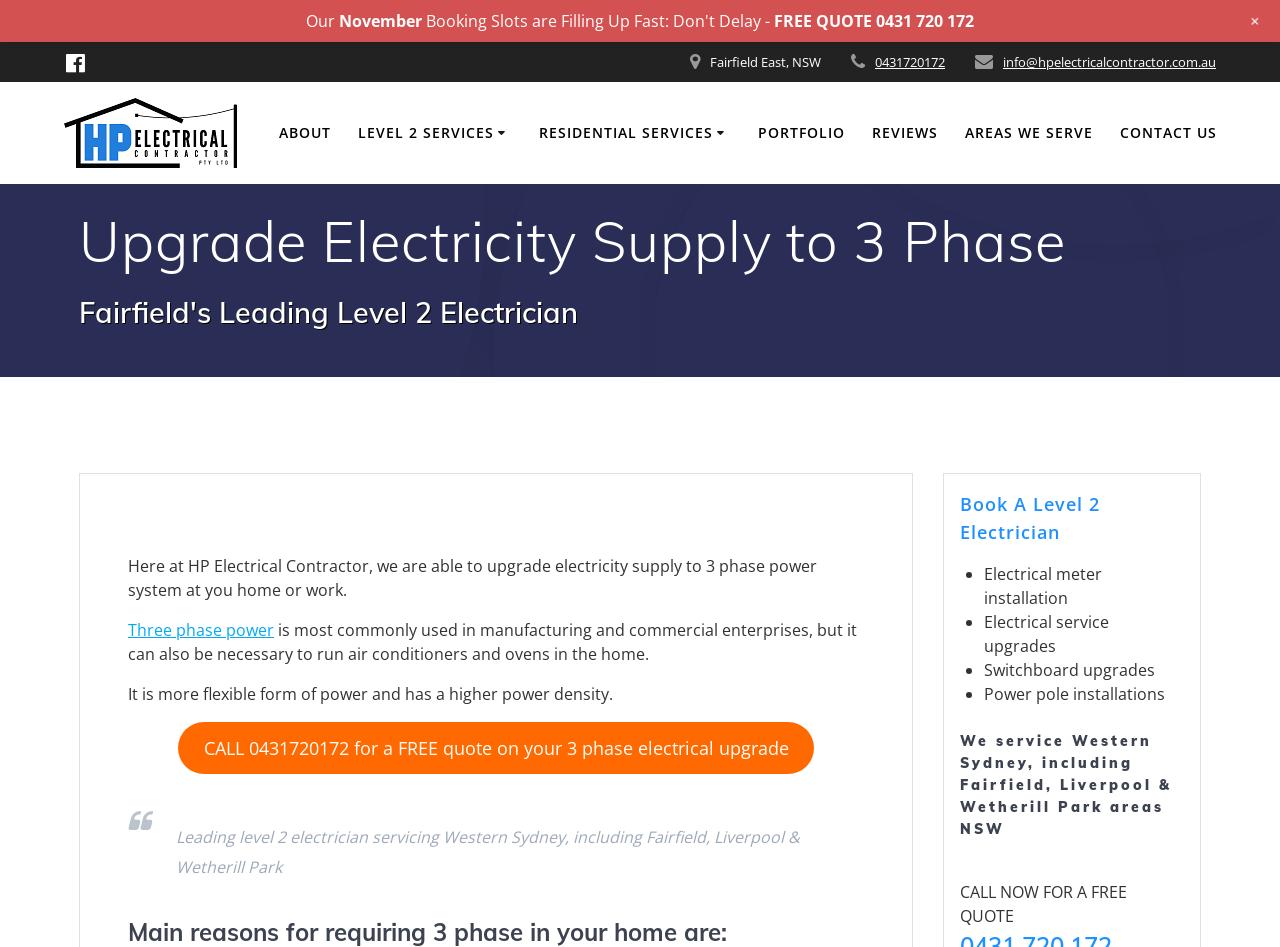 The height and width of the screenshot is (947, 1280). What do you see at coordinates (471, 577) in the screenshot?
I see `'Here at HP Electrical Contractor, we are able to upgrade electricity supply to 3 phase power system at you home or work.'` at bounding box center [471, 577].